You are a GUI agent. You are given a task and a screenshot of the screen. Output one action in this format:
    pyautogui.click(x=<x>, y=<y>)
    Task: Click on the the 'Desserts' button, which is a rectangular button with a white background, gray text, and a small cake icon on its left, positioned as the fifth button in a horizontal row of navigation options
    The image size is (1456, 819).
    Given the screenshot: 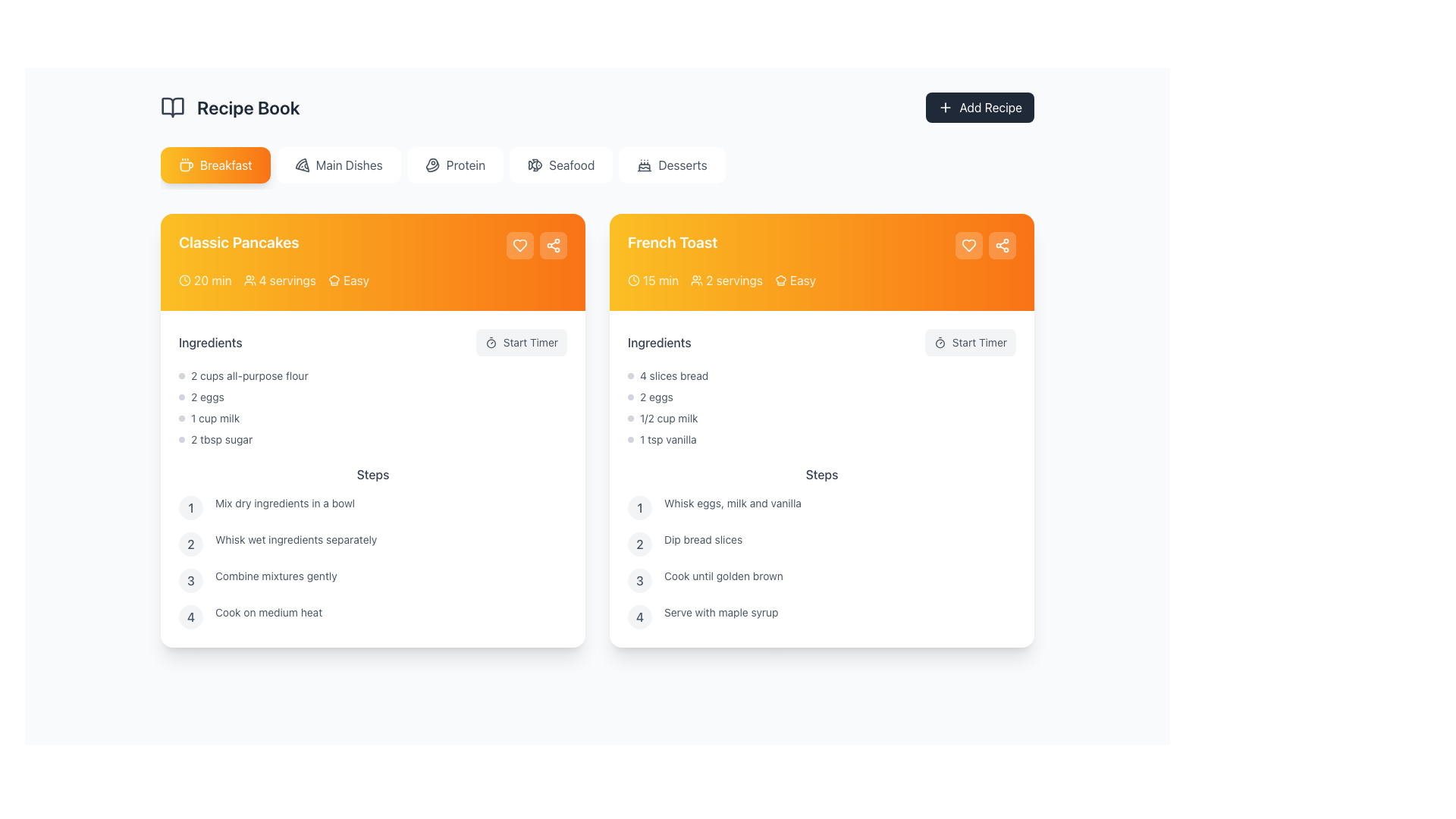 What is the action you would take?
    pyautogui.click(x=671, y=165)
    